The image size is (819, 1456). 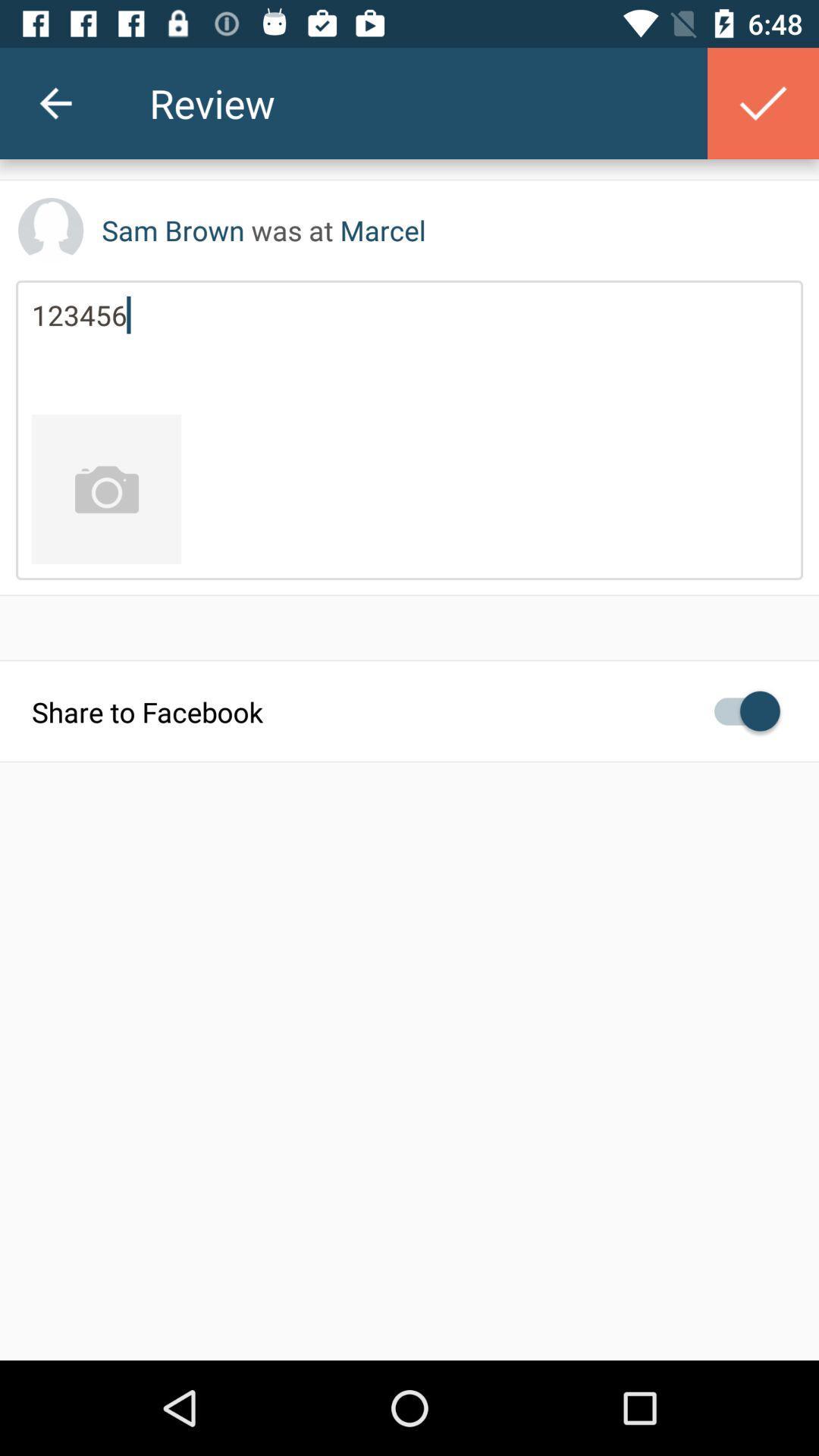 What do you see at coordinates (763, 102) in the screenshot?
I see `the item to the right of review item` at bounding box center [763, 102].